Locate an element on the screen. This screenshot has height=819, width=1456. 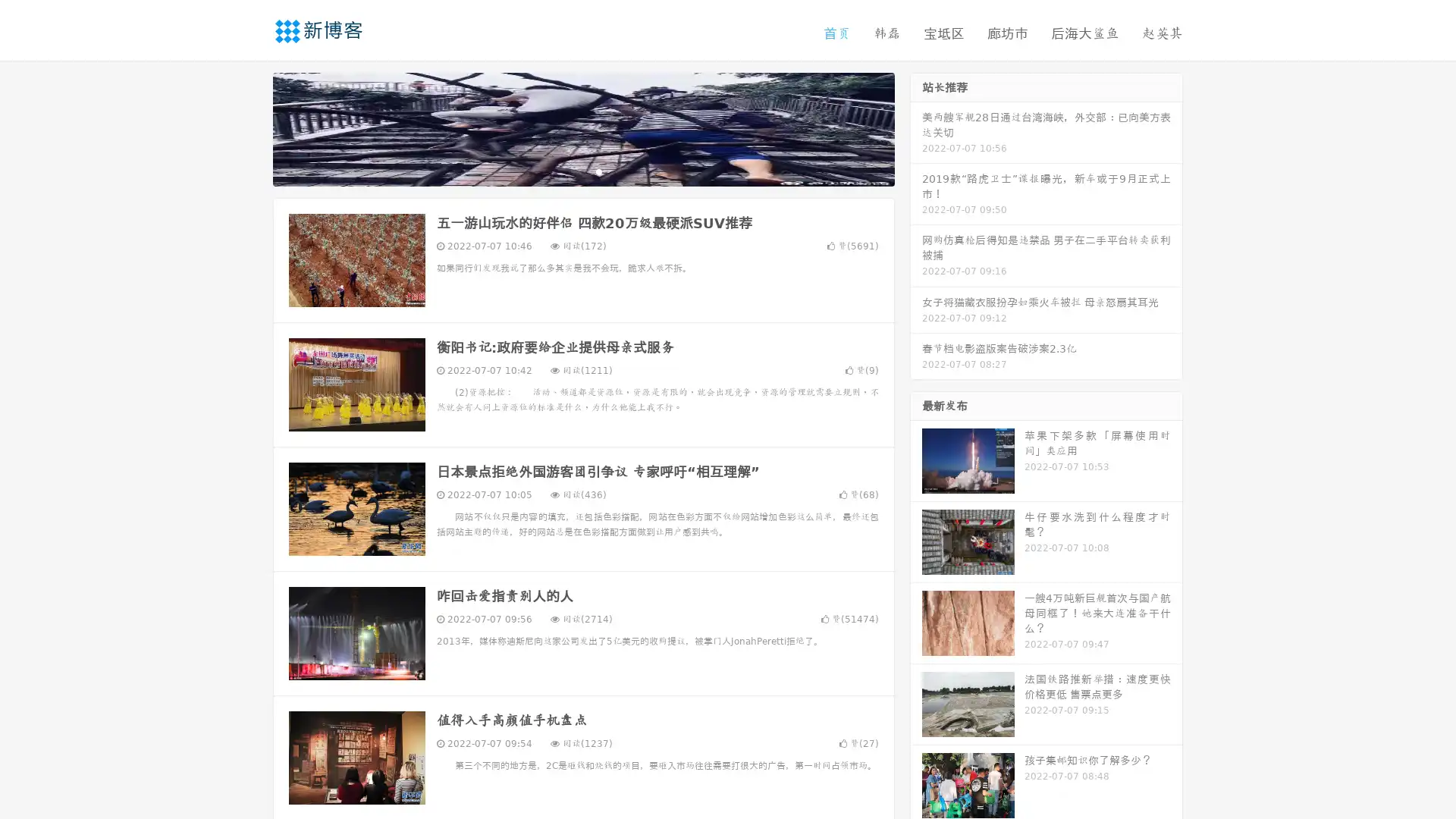
Go to slide 3 is located at coordinates (598, 171).